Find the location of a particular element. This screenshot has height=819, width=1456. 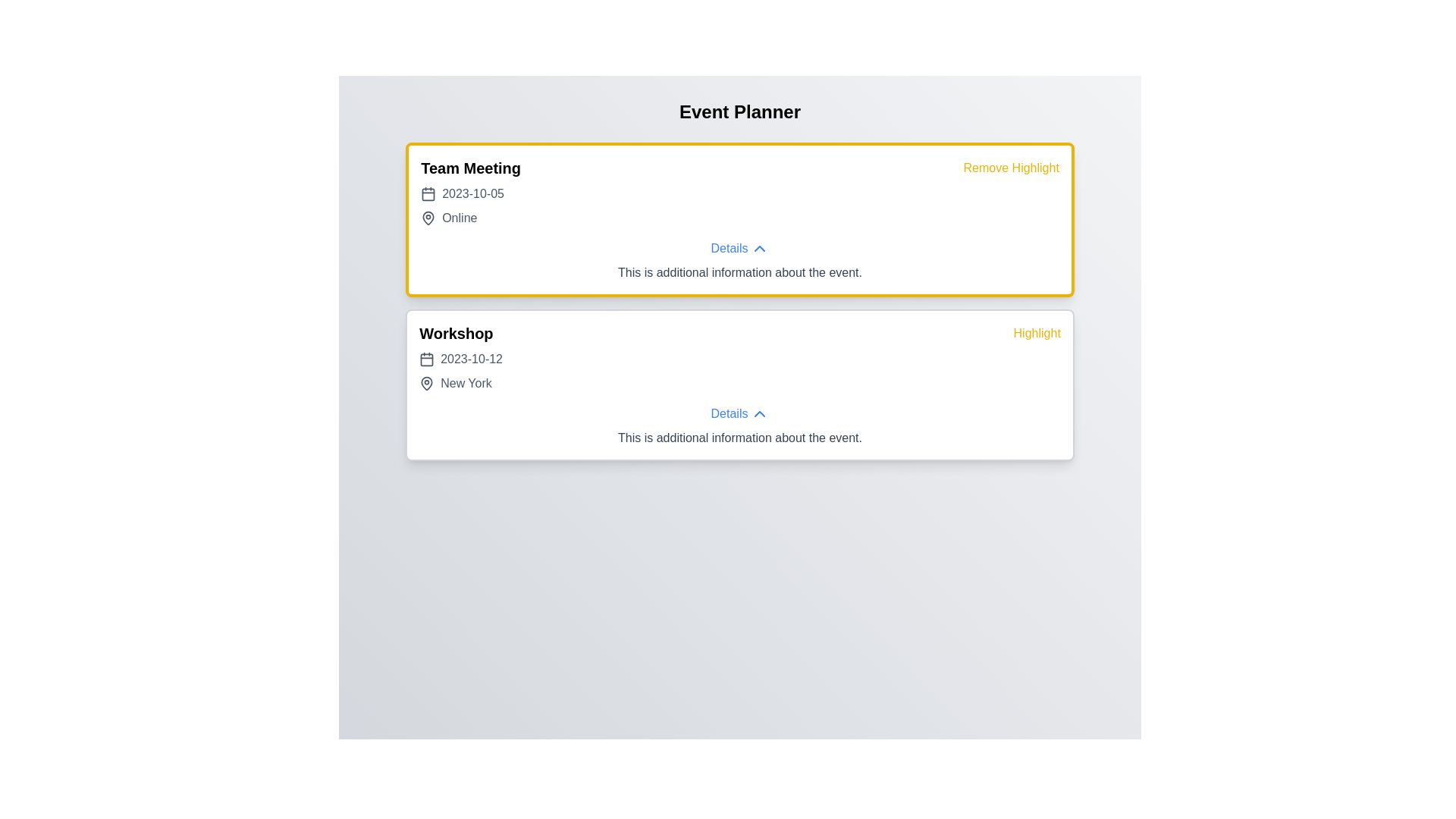

the static text label located at the bottom of the 'Workshop' card, which provides supplementary information about the event is located at coordinates (739, 438).